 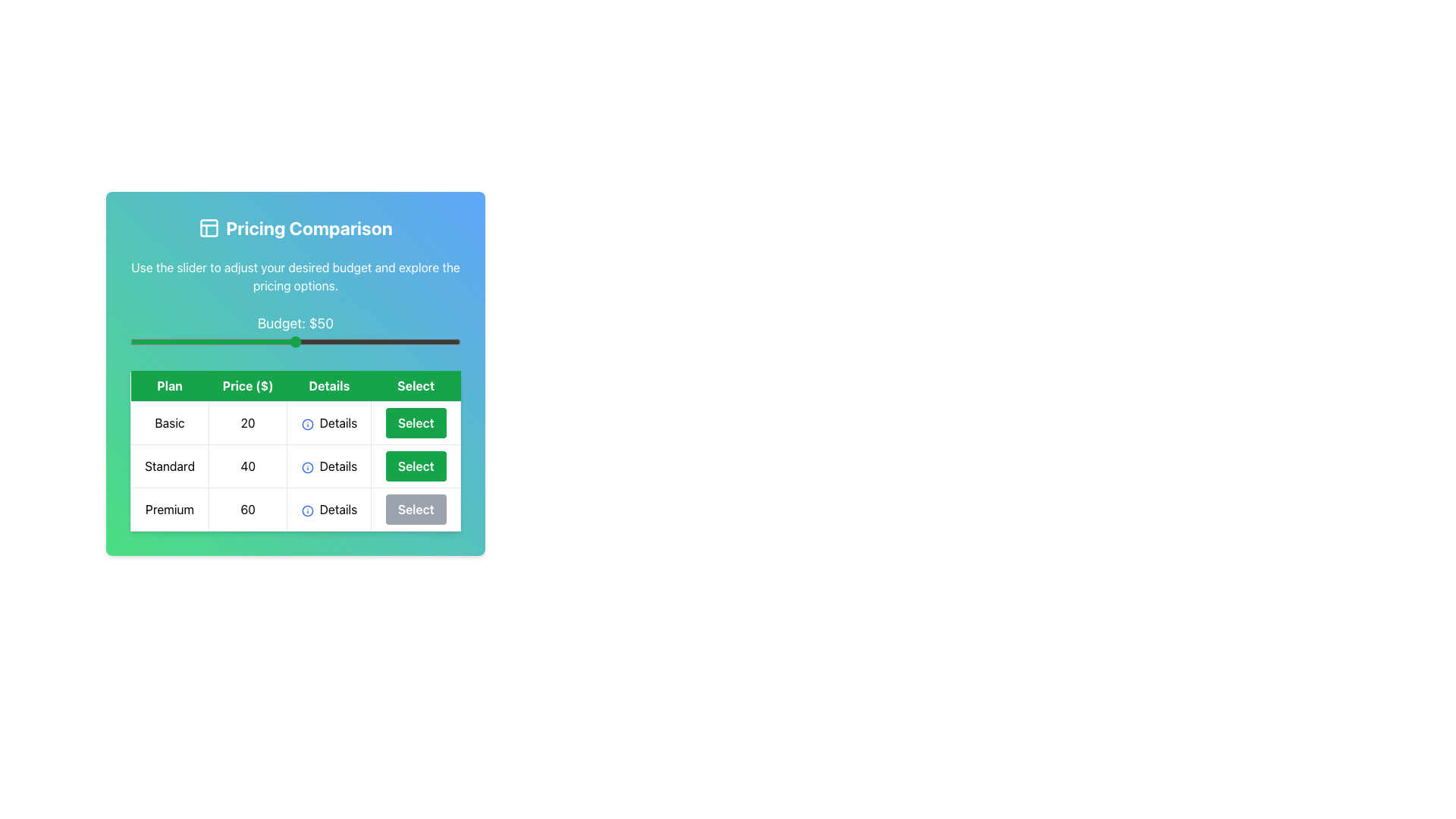 I want to click on the green 'Select' button with white text located in the first row of the table, aligned with the 'Price ($)' and 'Details' columns, so click(x=416, y=423).